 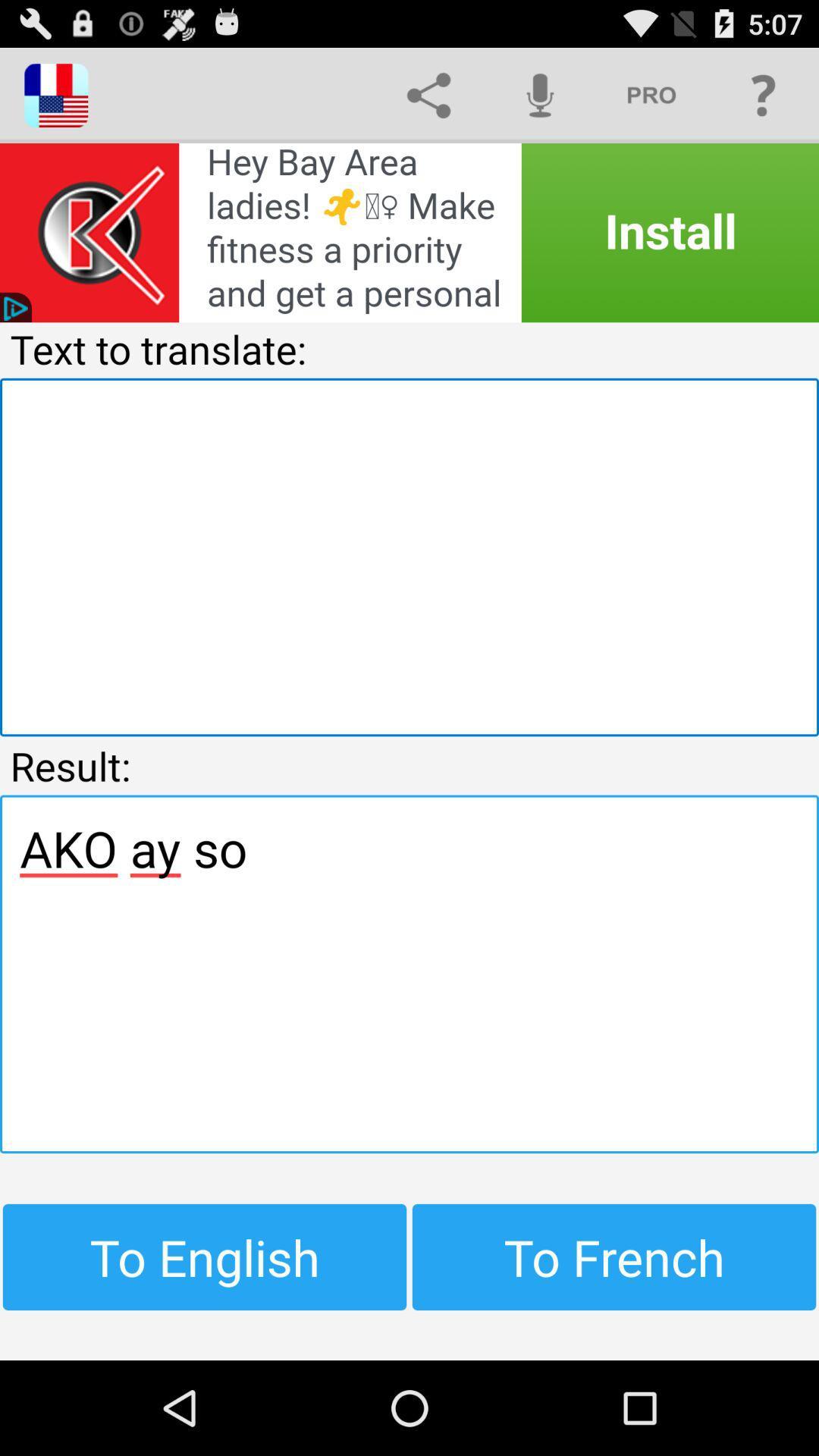 What do you see at coordinates (409, 232) in the screenshot?
I see `advertisement` at bounding box center [409, 232].